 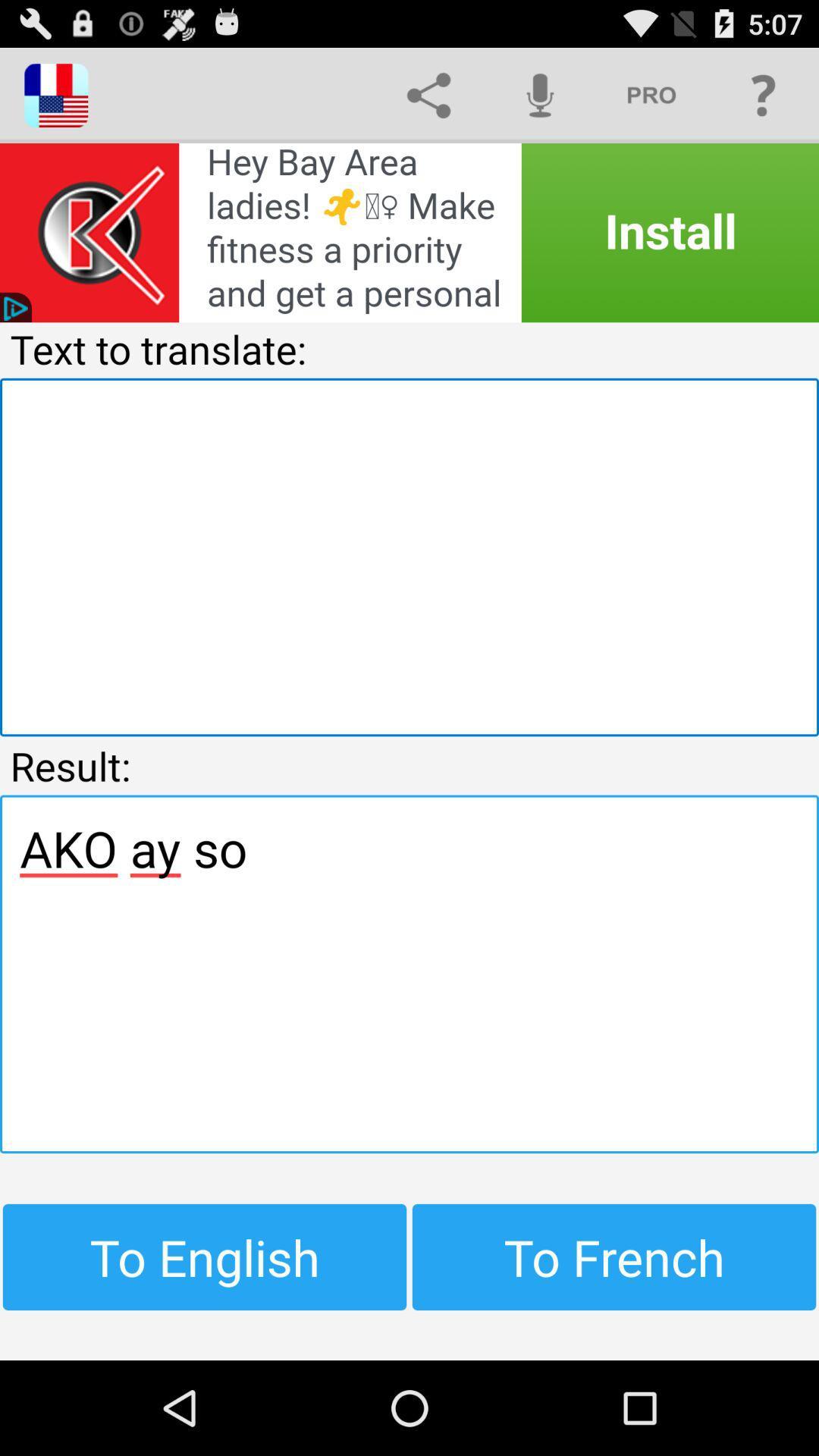 What do you see at coordinates (409, 232) in the screenshot?
I see `advertisement` at bounding box center [409, 232].